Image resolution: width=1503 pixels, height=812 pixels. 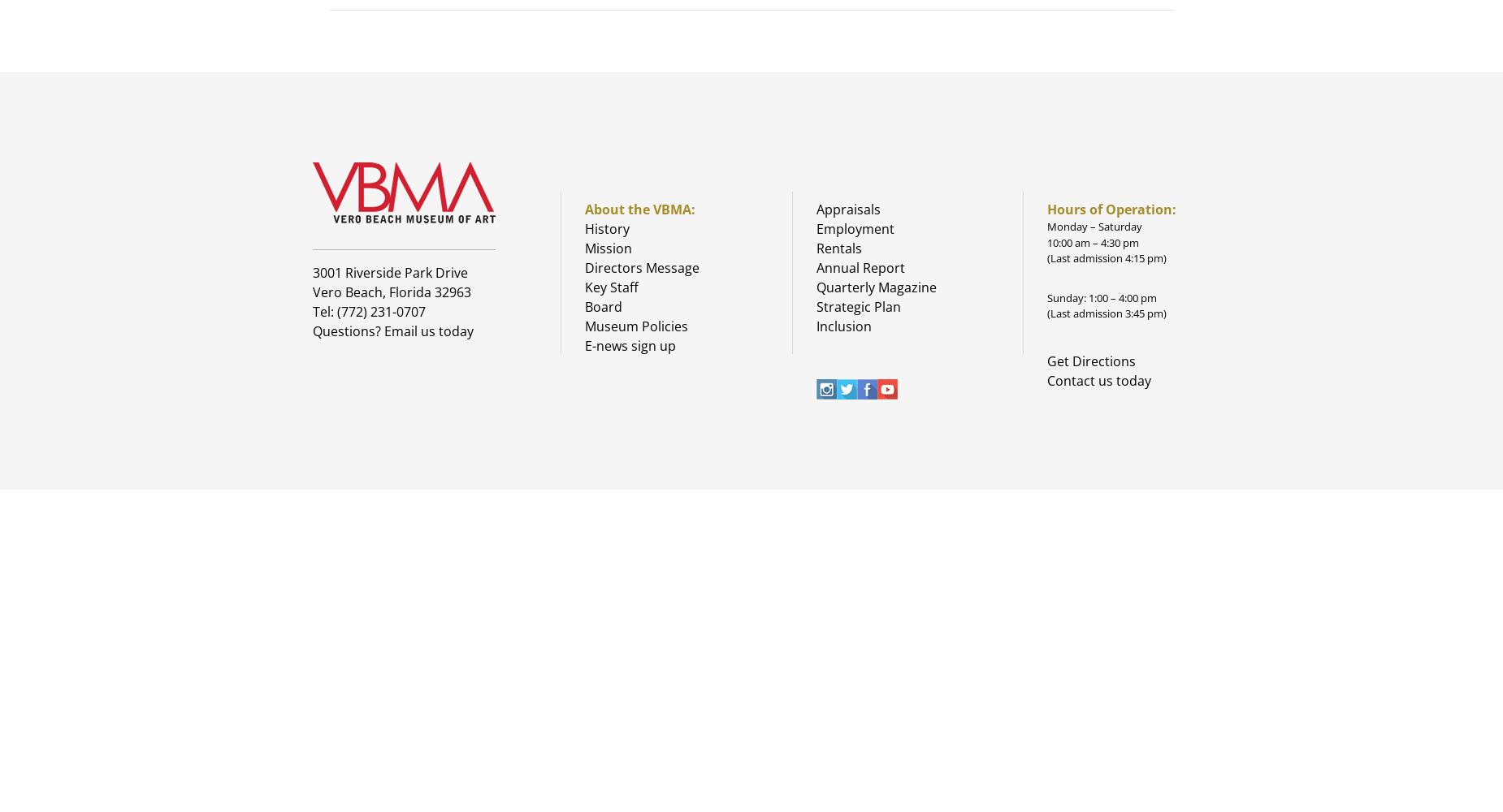 What do you see at coordinates (1046, 379) in the screenshot?
I see `'Contact us today'` at bounding box center [1046, 379].